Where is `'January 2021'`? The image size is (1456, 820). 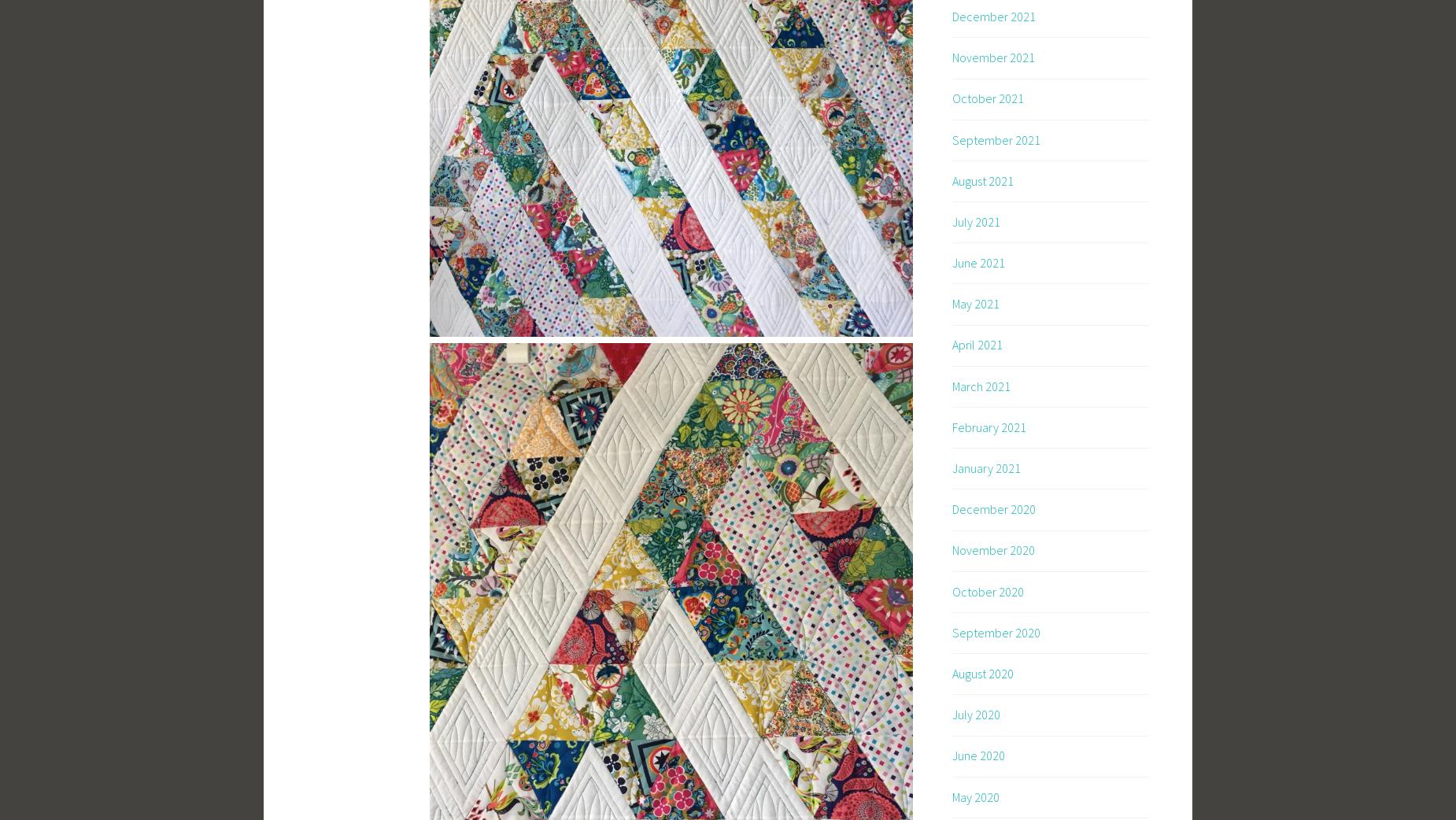
'January 2021' is located at coordinates (985, 467).